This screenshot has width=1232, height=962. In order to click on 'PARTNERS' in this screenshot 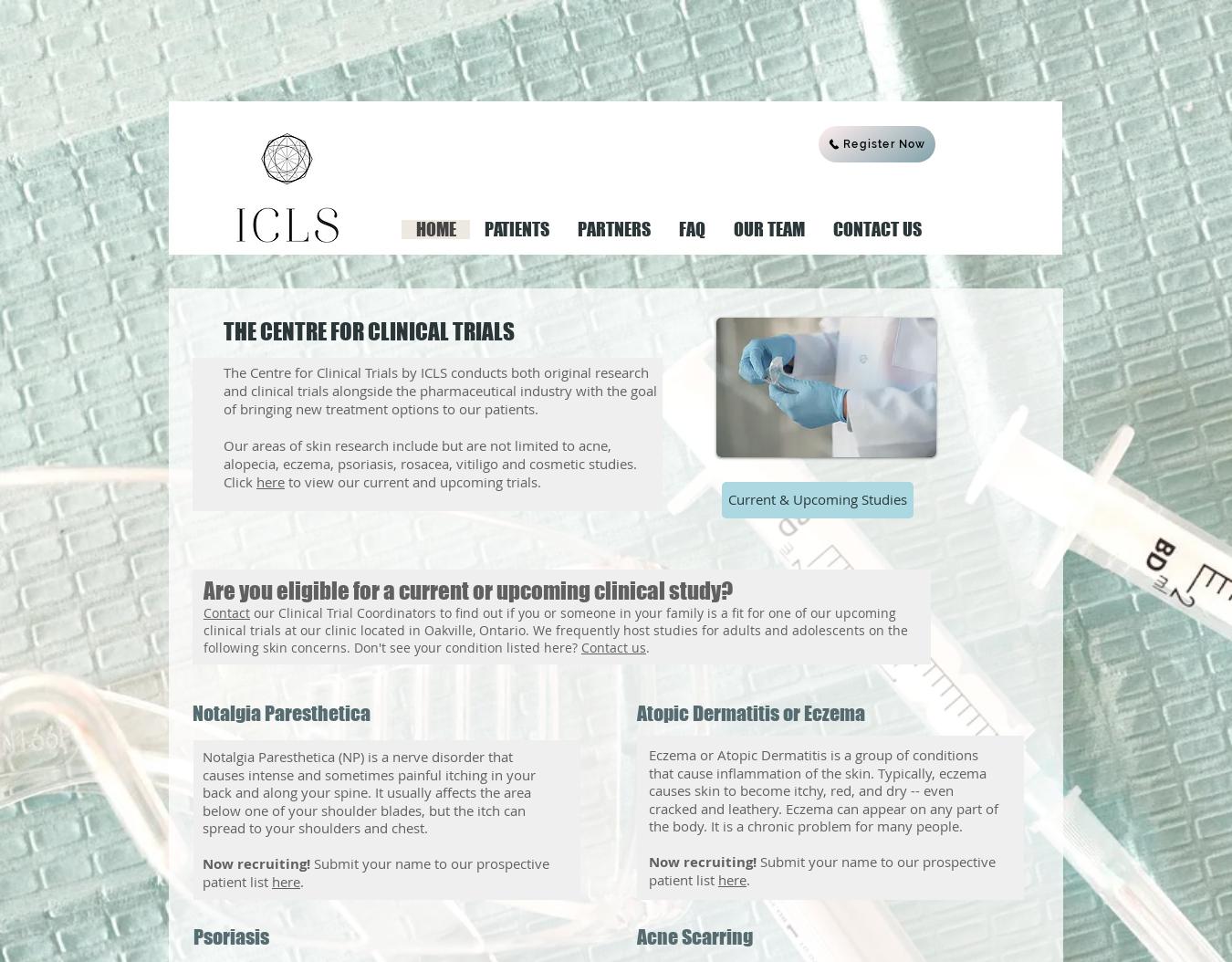, I will do `click(613, 228)`.